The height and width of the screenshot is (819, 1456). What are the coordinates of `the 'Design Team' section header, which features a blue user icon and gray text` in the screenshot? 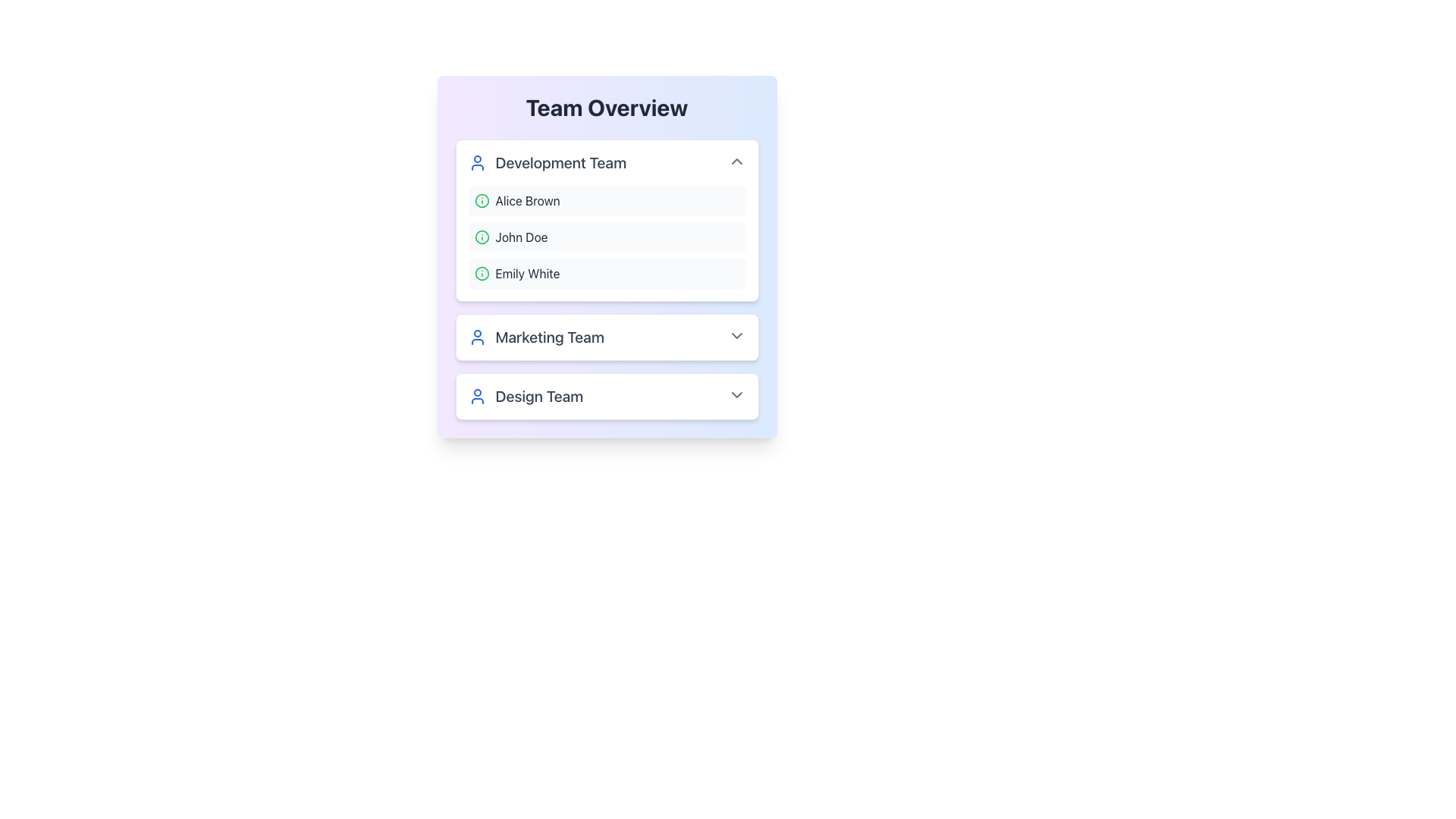 It's located at (526, 396).